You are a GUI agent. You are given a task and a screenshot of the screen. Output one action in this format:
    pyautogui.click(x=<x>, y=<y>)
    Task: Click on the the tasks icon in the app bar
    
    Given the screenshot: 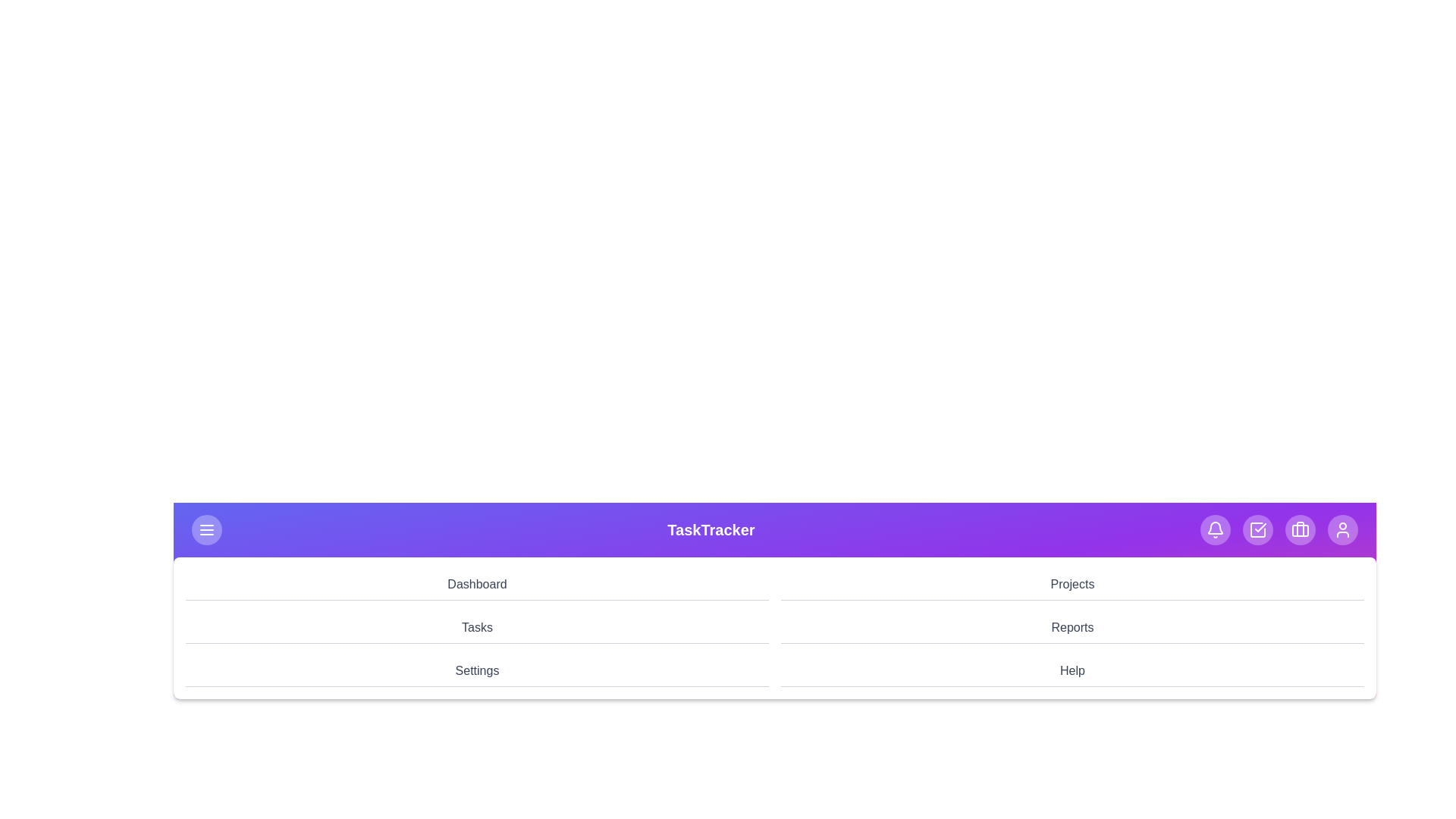 What is the action you would take?
    pyautogui.click(x=1258, y=529)
    